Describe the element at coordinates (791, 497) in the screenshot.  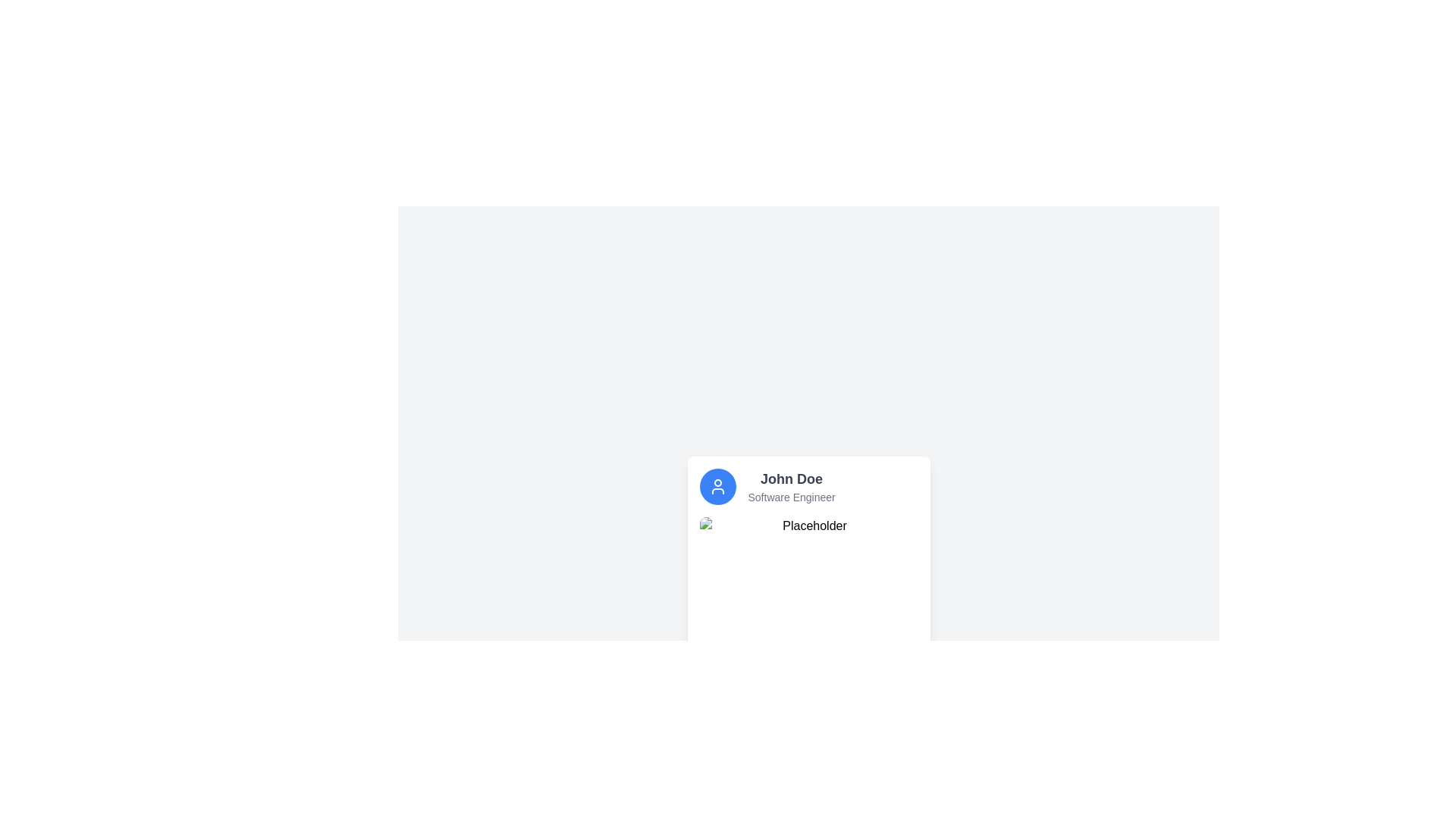
I see `the text label that reads 'Software Engineer', which is styled in small gray font and located directly below 'John Doe' within the card layout` at that location.